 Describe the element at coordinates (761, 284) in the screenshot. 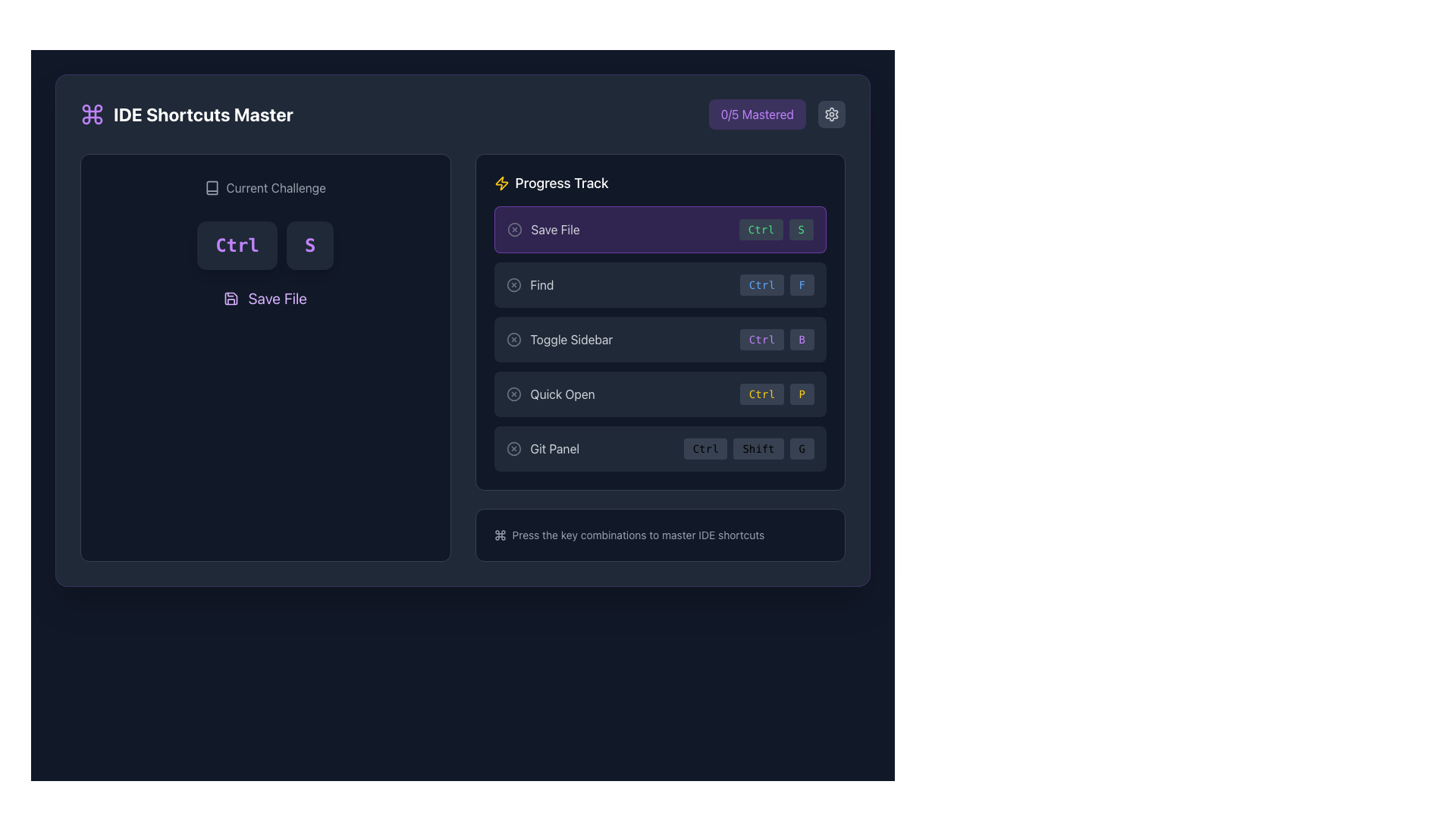

I see `the rectangular button-like label with the text 'Ctrl', which has a dark gray background and blue text, located in the right-hand section of the 'Find' entry in the 'Progress Track' panel` at that location.